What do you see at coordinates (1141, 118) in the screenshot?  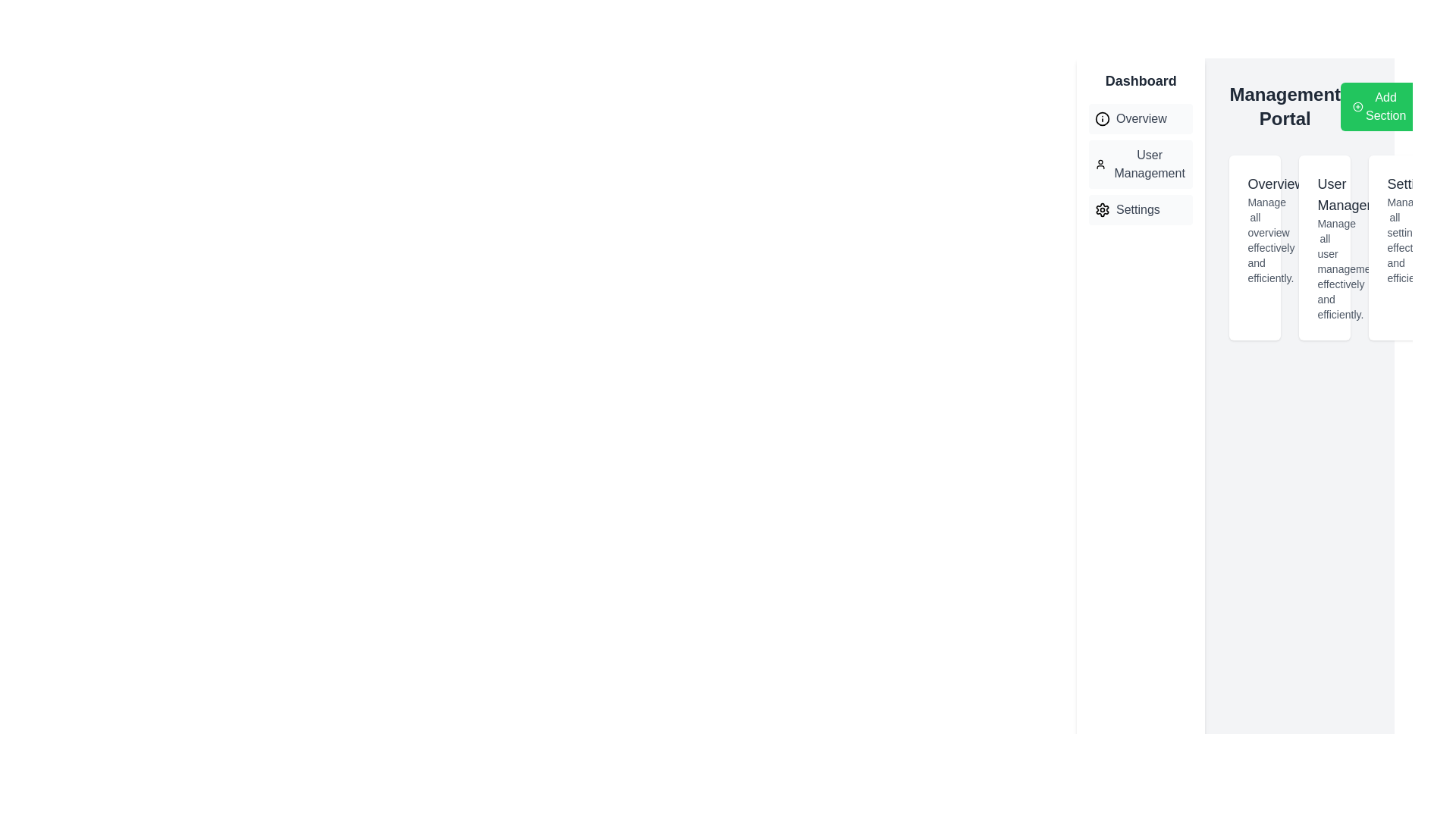 I see `the 'Overview' text label in the vertical navigation menu` at bounding box center [1141, 118].